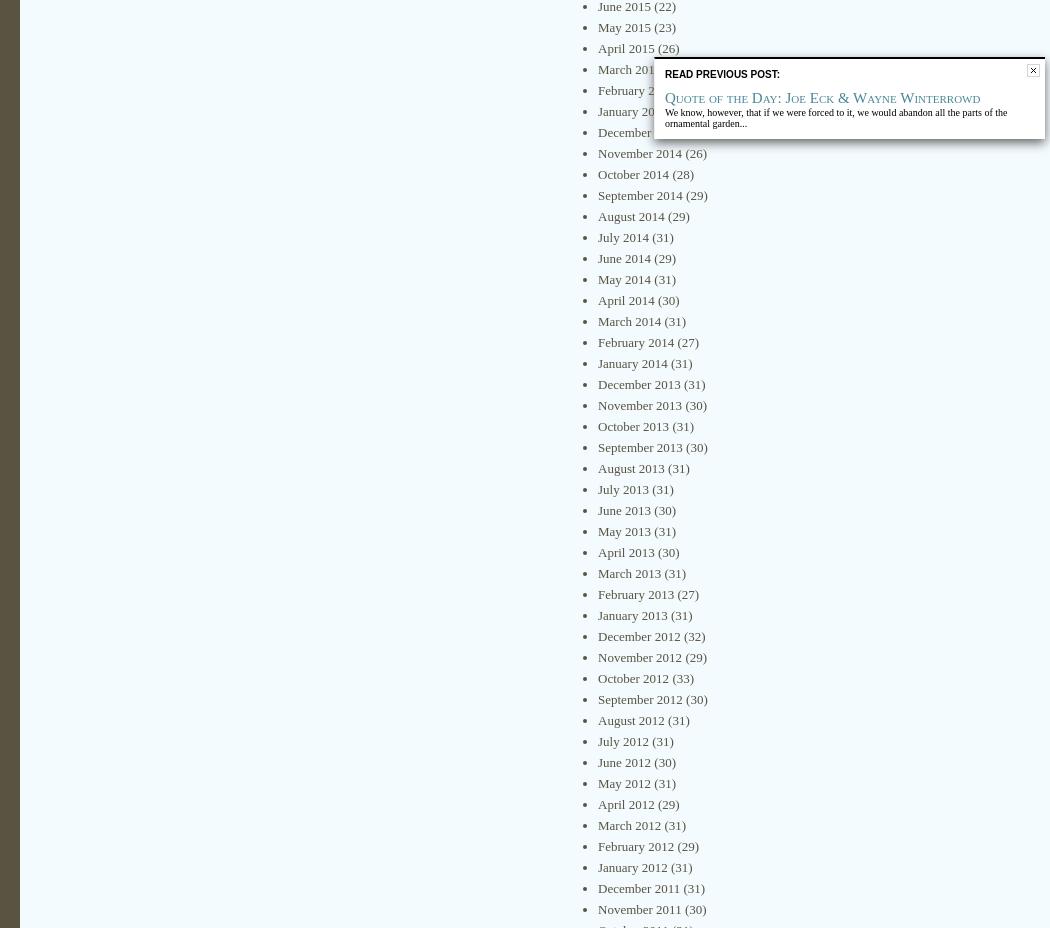  What do you see at coordinates (632, 867) in the screenshot?
I see `'January 2012'` at bounding box center [632, 867].